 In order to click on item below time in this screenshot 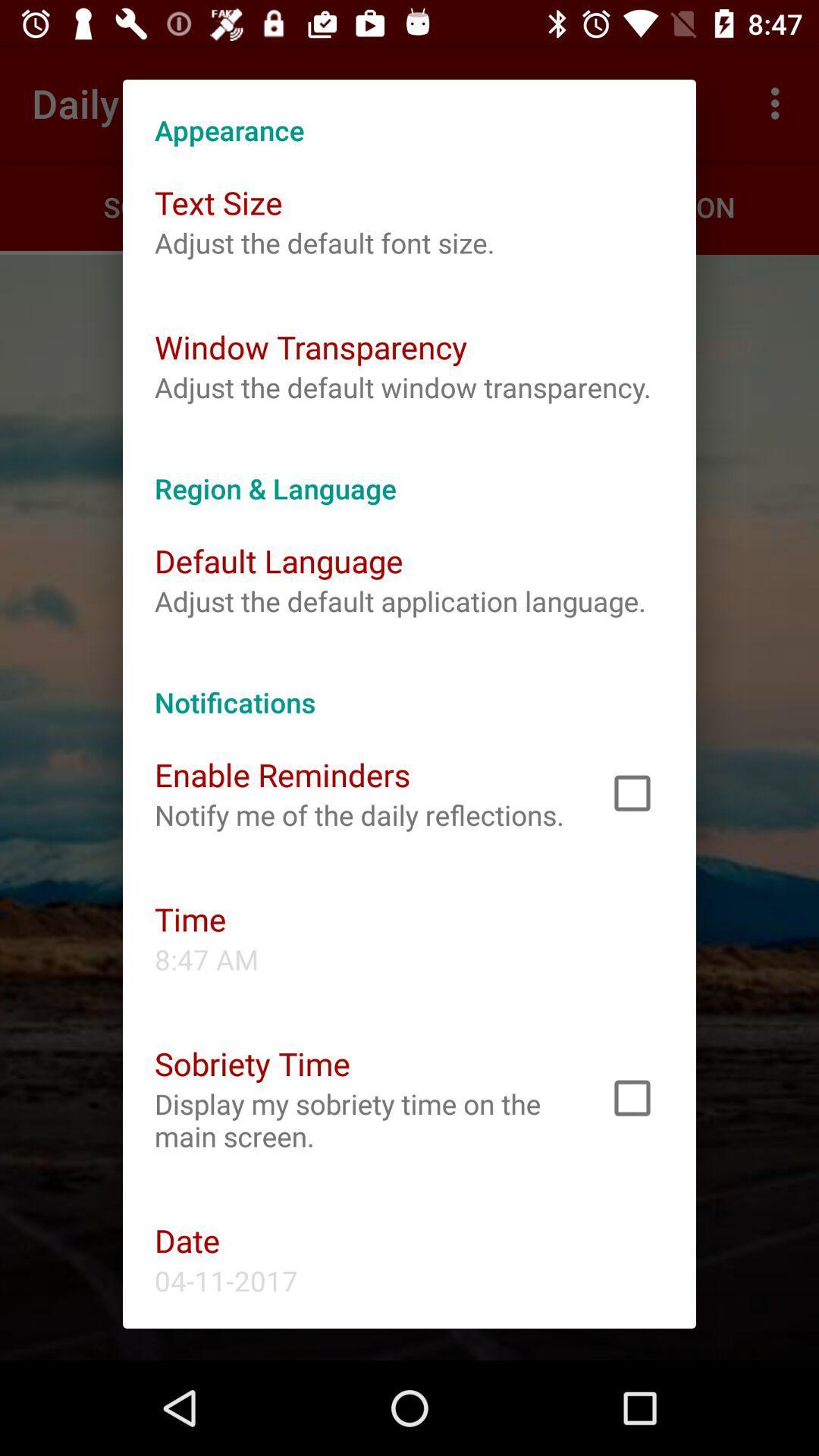, I will do `click(206, 959)`.